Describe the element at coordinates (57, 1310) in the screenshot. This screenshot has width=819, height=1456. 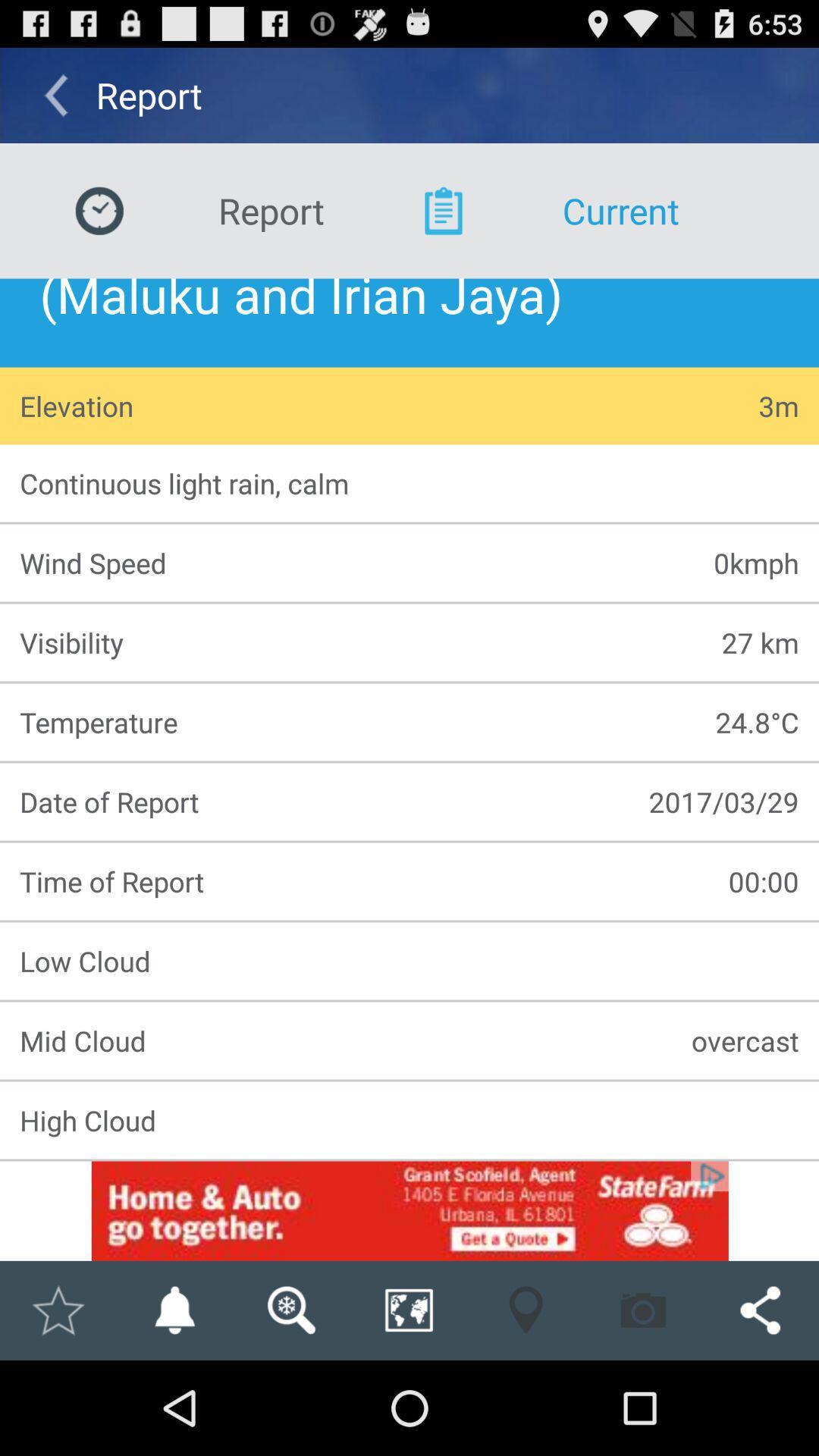
I see `mark as favorite` at that location.